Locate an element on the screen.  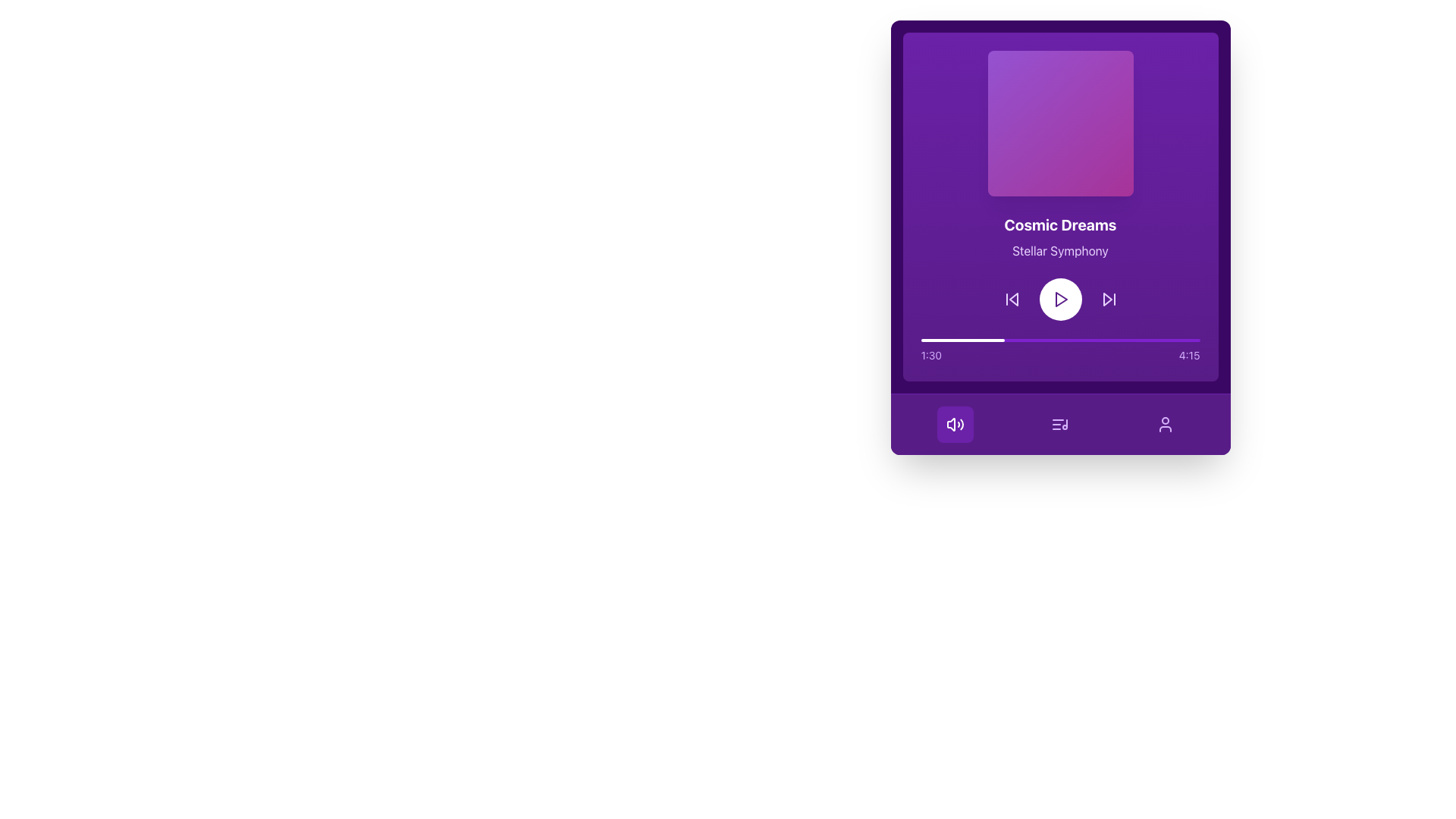
the primary play or pause button located in the center of a three-button group at the bottom part of the music player interface for keyboard activation is located at coordinates (1059, 299).